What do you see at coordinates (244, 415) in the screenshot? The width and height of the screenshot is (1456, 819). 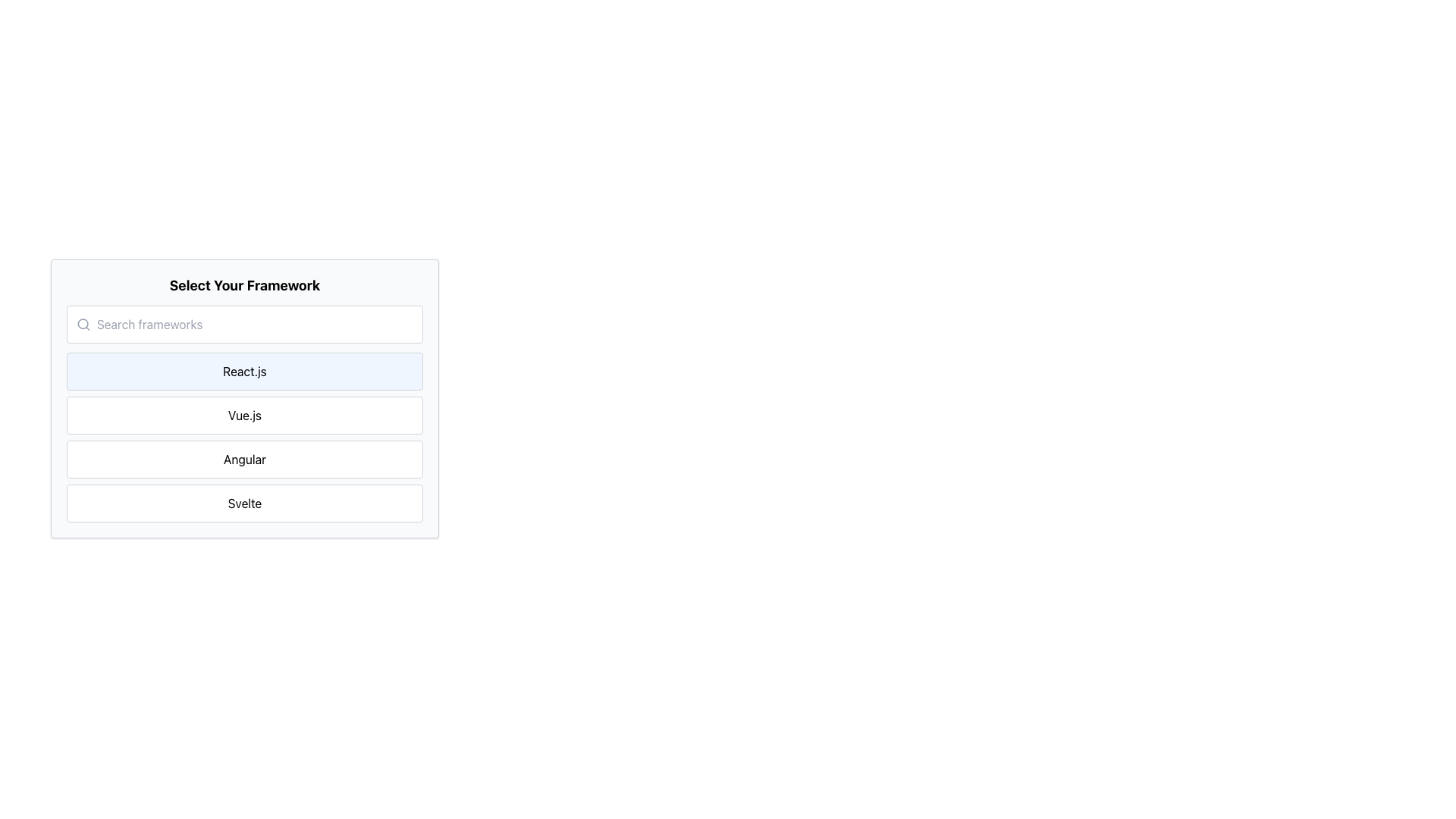 I see `the 'Vue.js' button, which is a rectangular button with a white background and gray border, located beneath the 'React.js' button and above the 'Angular' button` at bounding box center [244, 415].